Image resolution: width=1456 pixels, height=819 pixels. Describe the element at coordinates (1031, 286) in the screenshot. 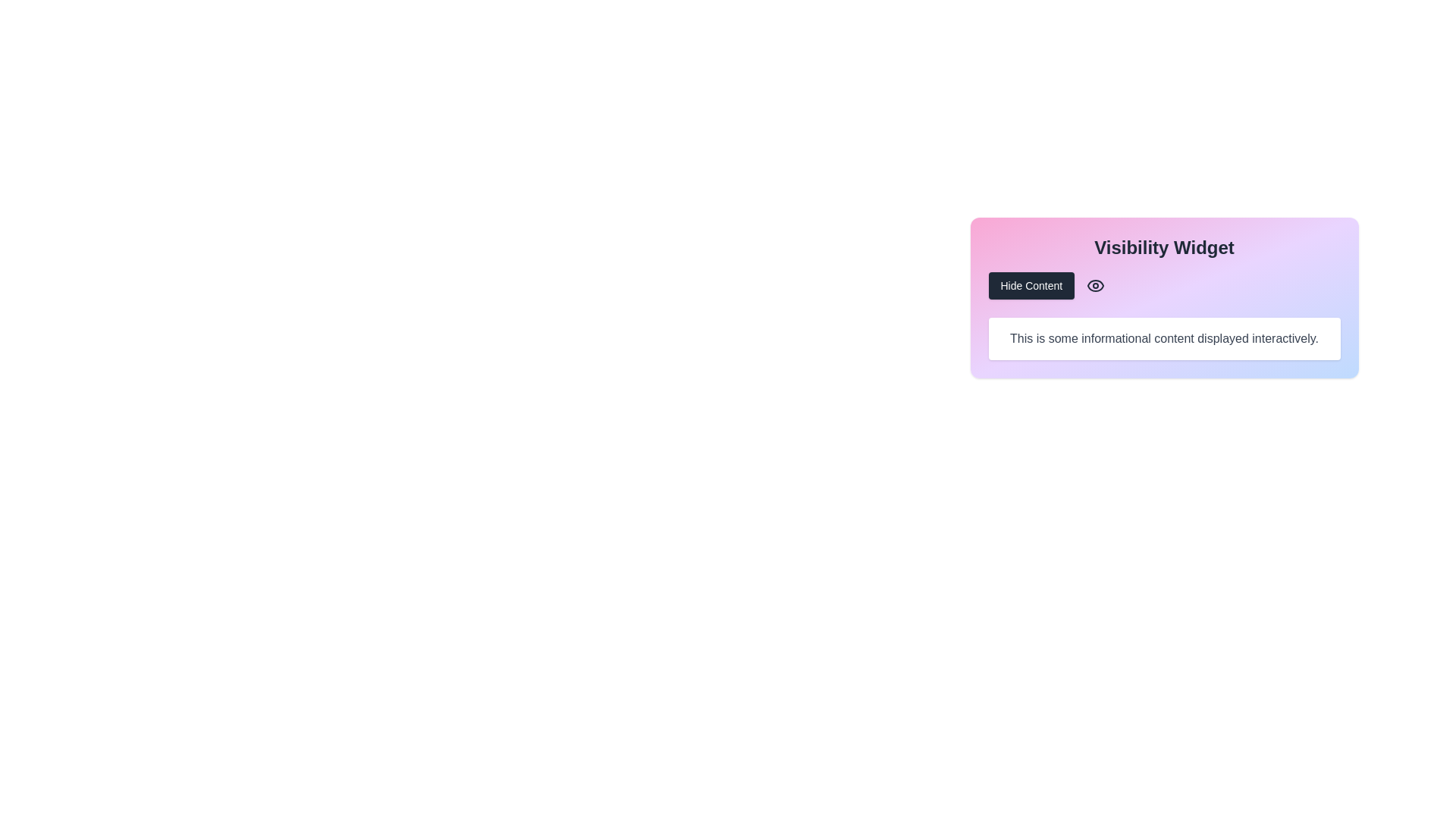

I see `the 'Hide Content' button, which is a dark gray button with white text, positioned to the left of an eye icon` at that location.